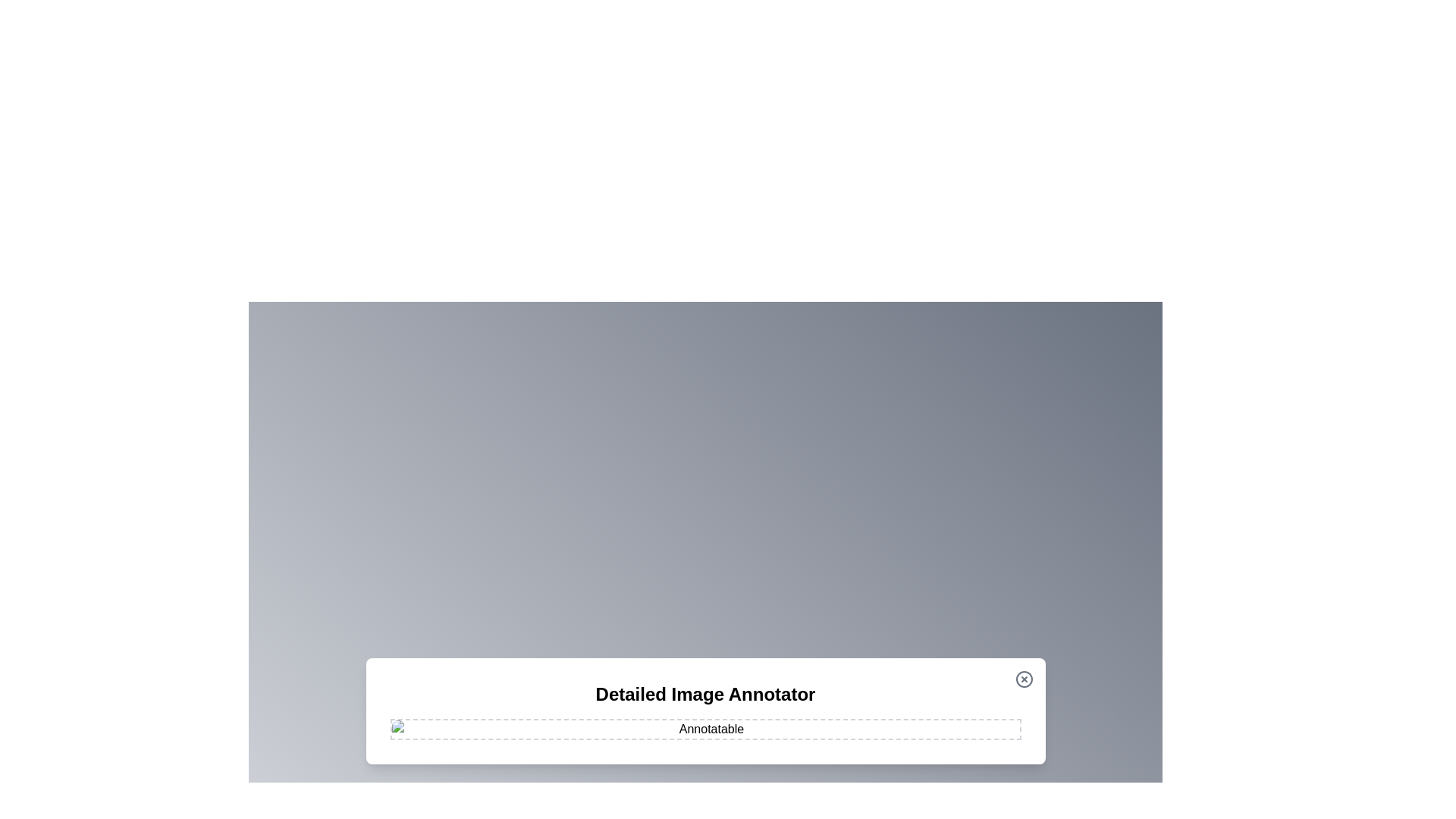  Describe the element at coordinates (946, 719) in the screenshot. I see `the image at coordinates (1249, 950) to add an annotation` at that location.